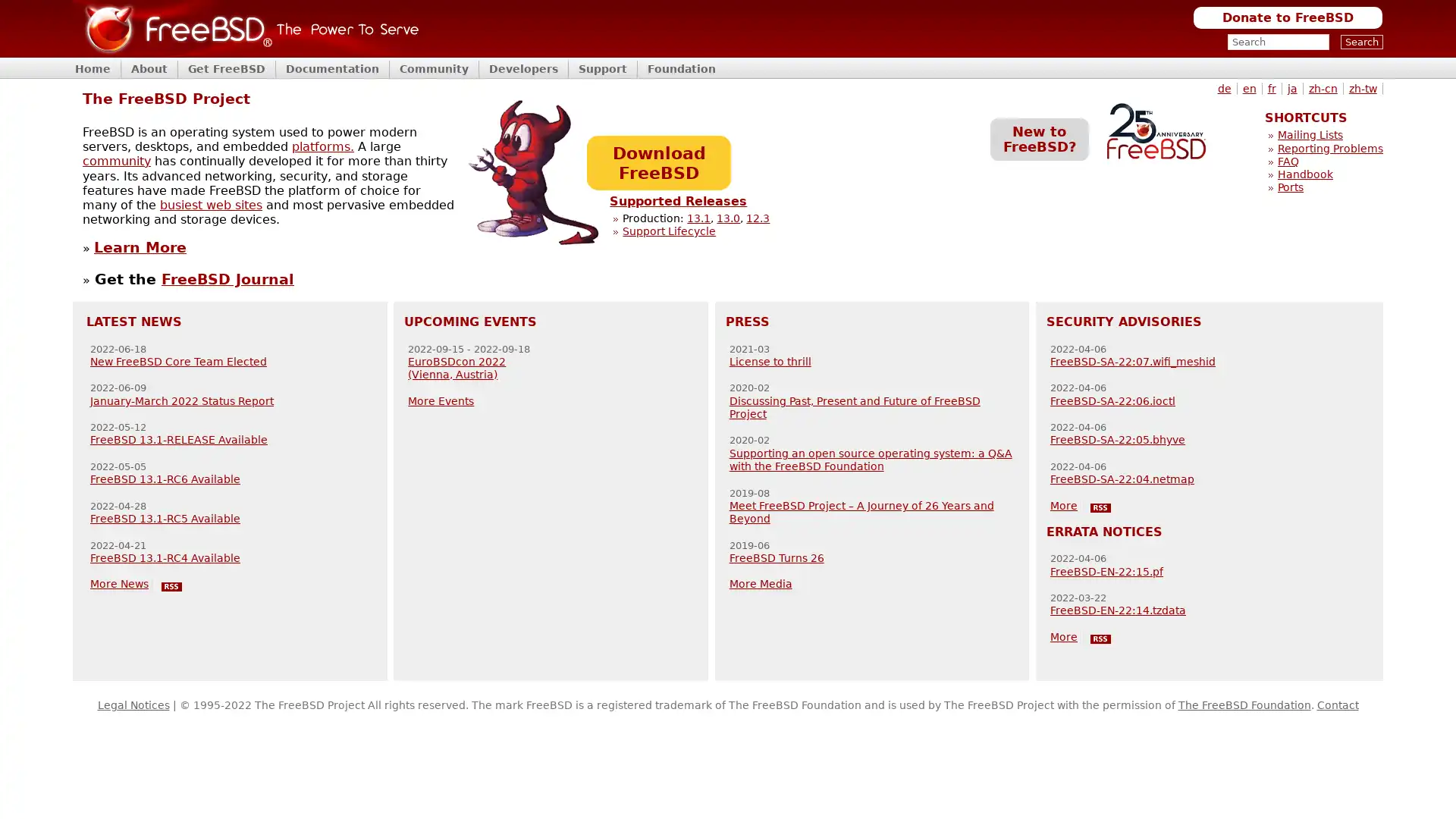 The width and height of the screenshot is (1456, 819). What do you see at coordinates (1361, 41) in the screenshot?
I see `Search` at bounding box center [1361, 41].